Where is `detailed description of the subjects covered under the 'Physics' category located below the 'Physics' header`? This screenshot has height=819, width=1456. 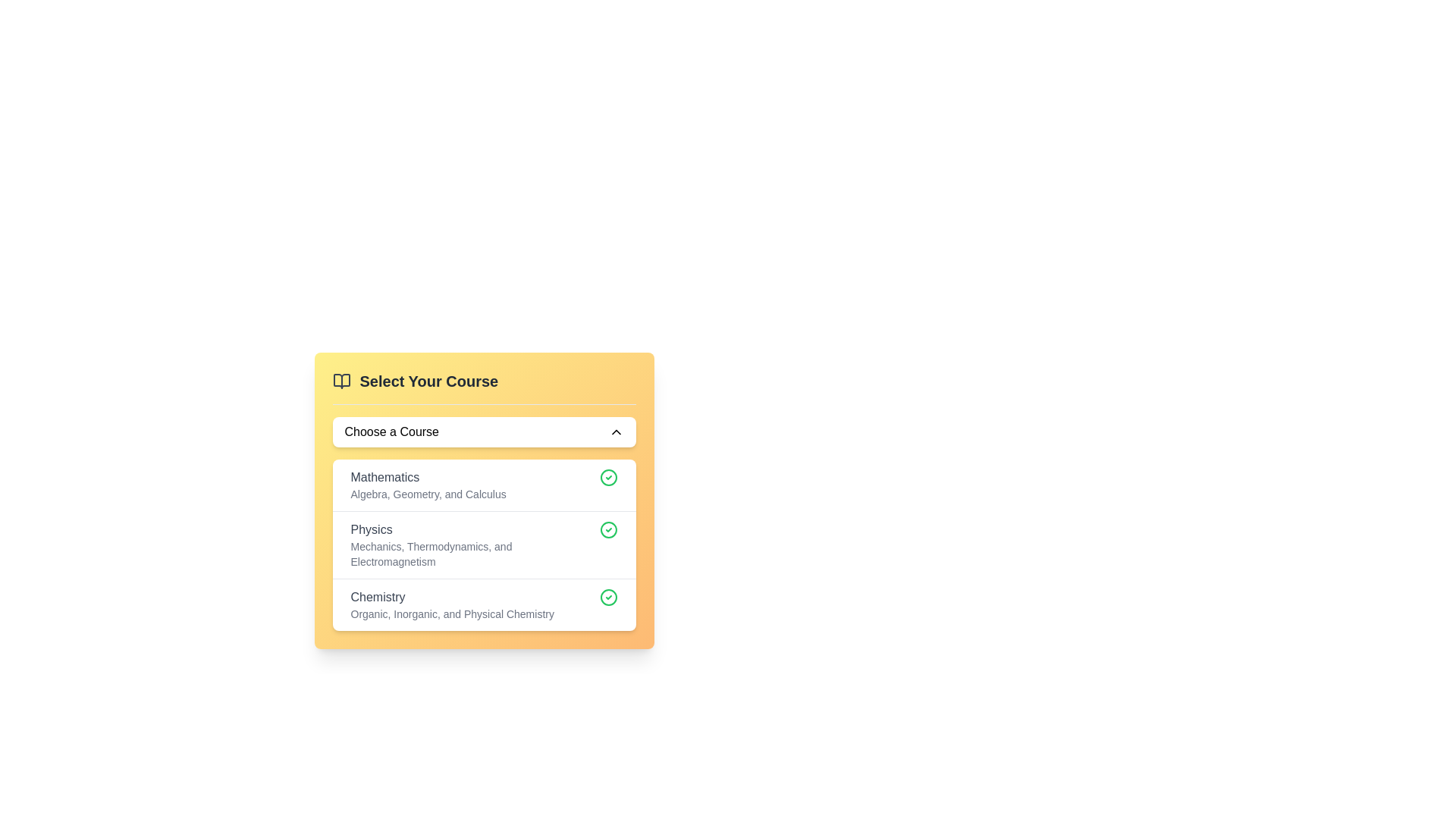
detailed description of the subjects covered under the 'Physics' category located below the 'Physics' header is located at coordinates (474, 554).